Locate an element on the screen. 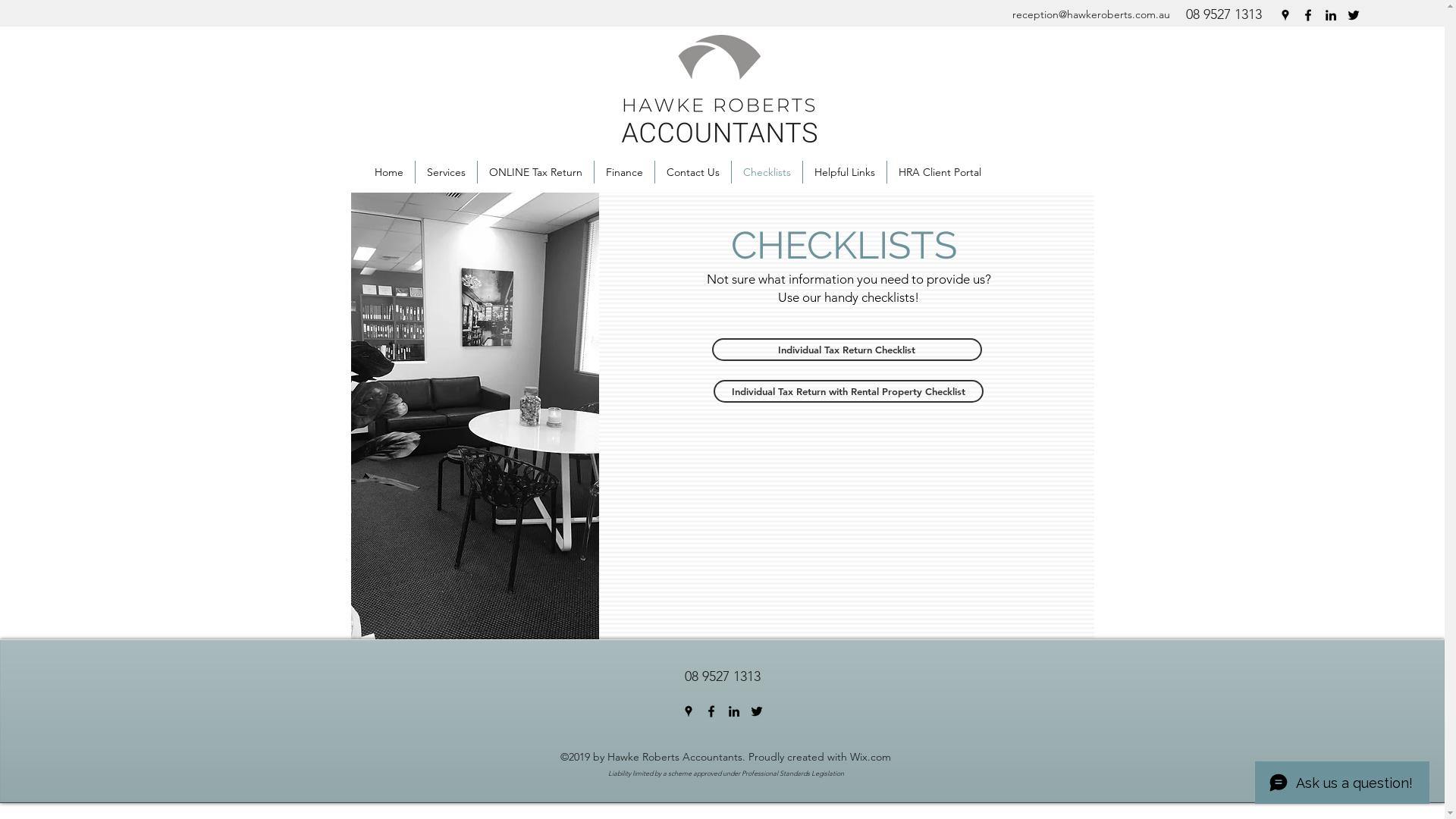  'Finance' is located at coordinates (624, 171).